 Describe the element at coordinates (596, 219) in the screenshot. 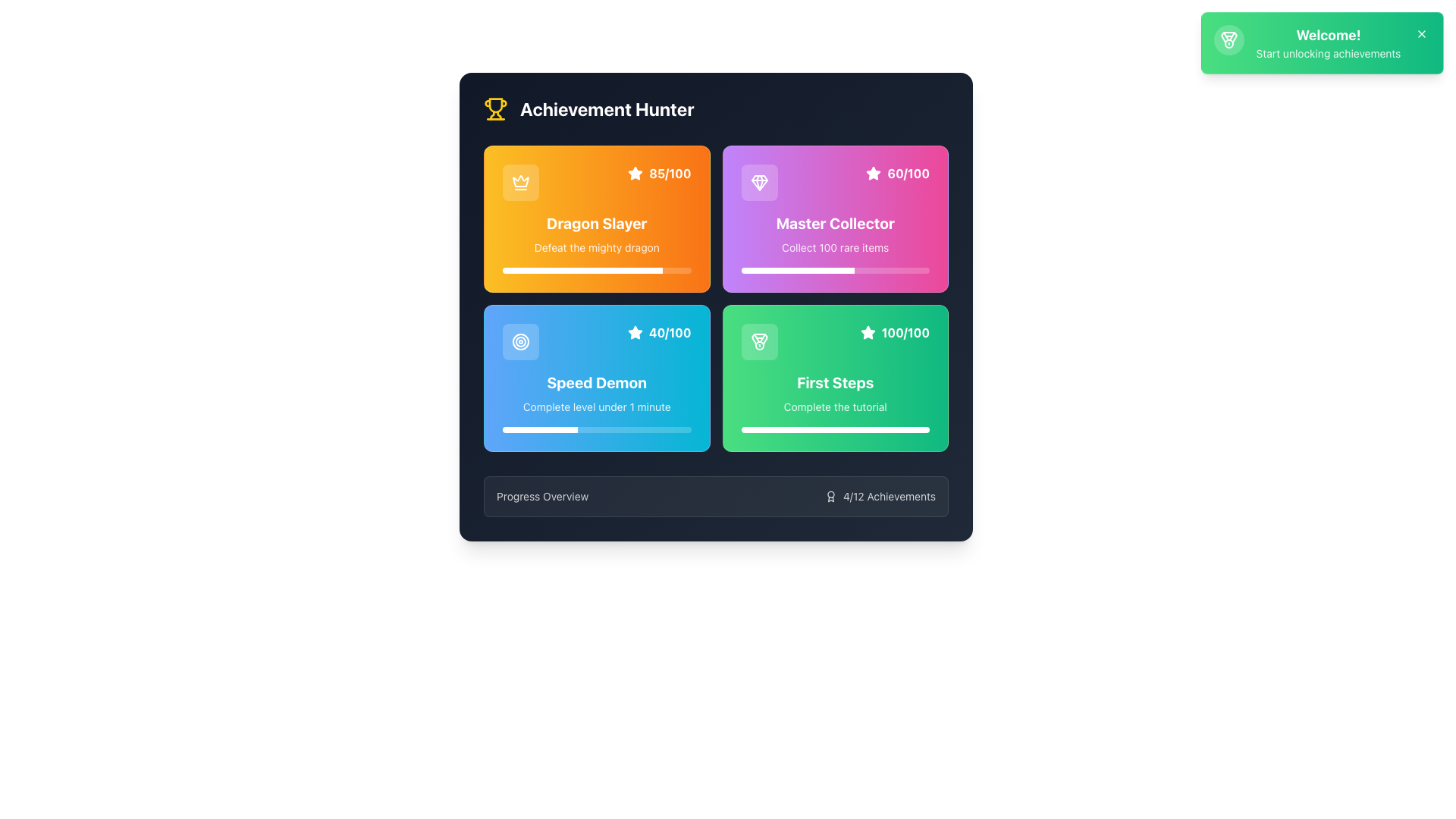

I see `the transparent overlay of the 'Dragon Slayer' achievement card` at that location.